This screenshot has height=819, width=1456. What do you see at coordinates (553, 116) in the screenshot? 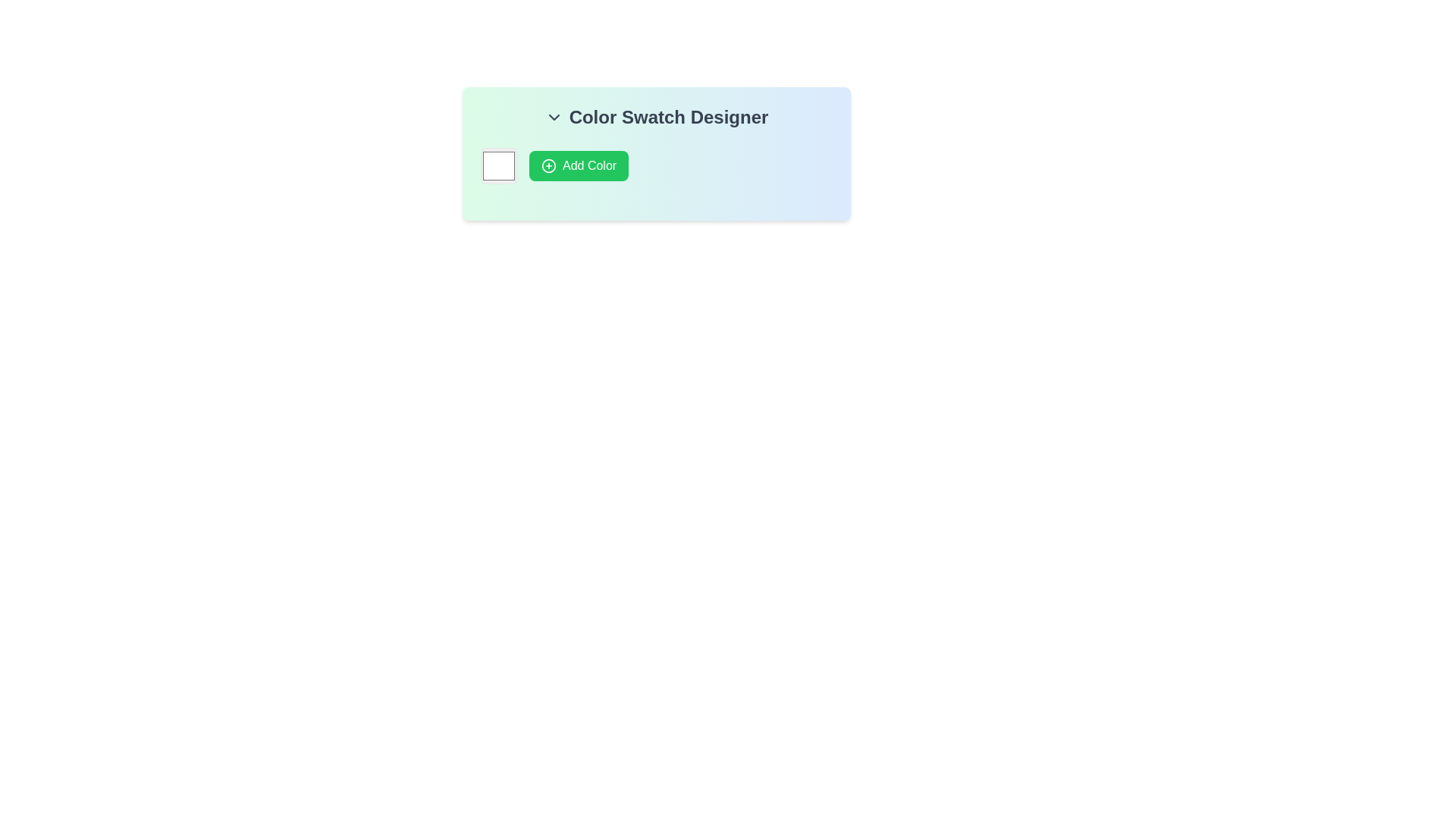
I see `the chevron down icon located to the left of the 'Color Swatch Designer' text` at bounding box center [553, 116].